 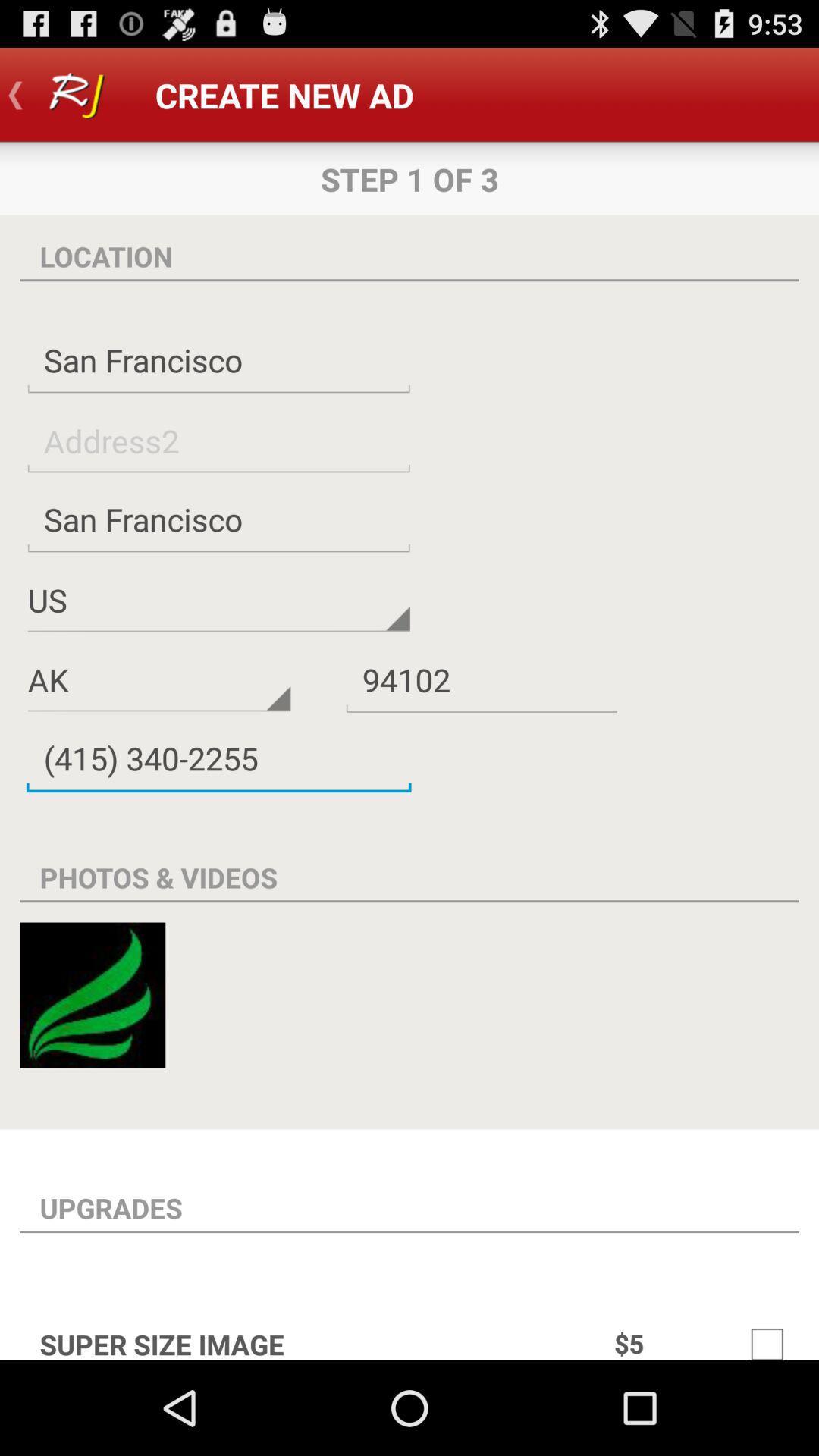 I want to click on tick button, so click(x=767, y=1336).